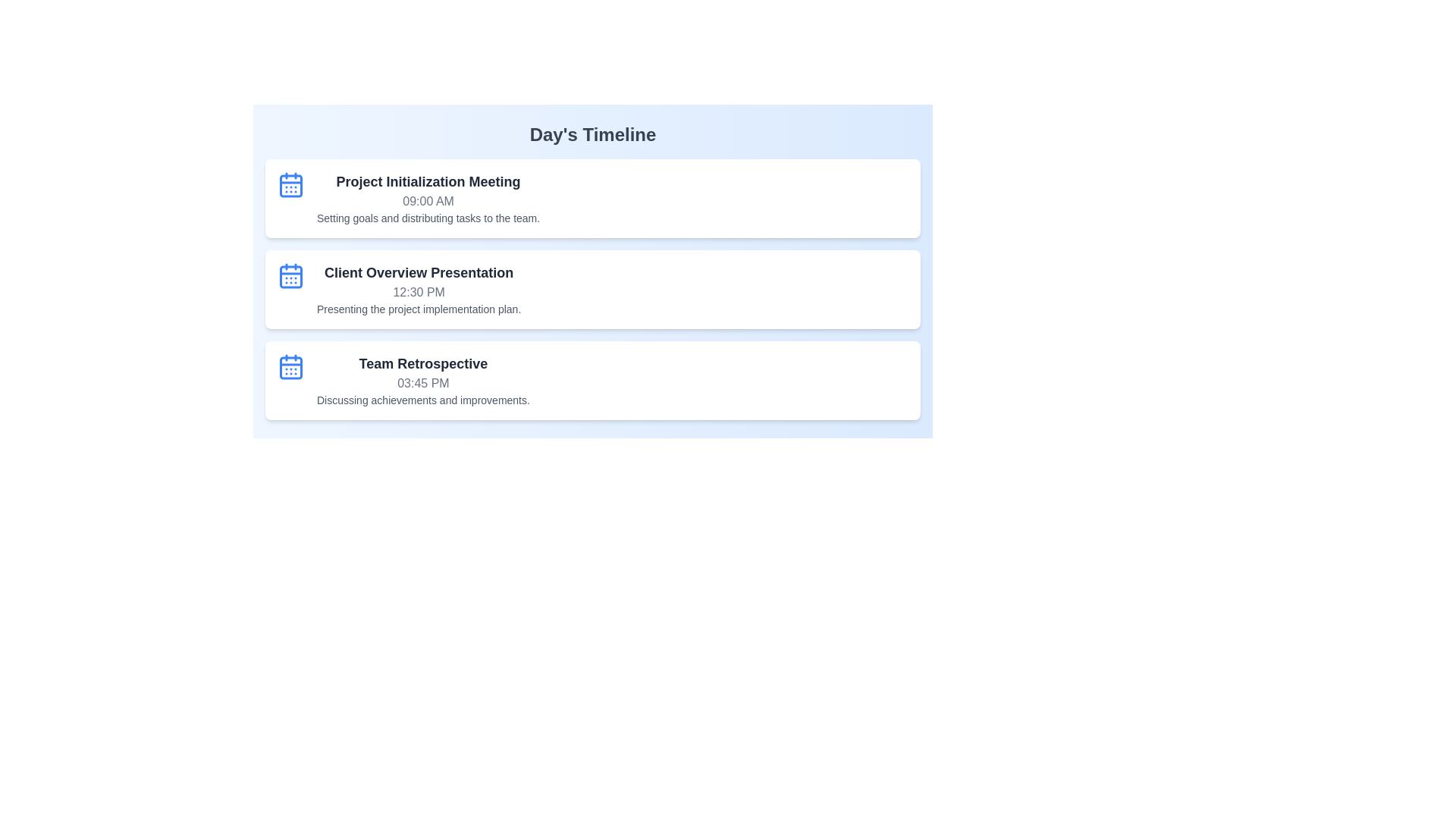  I want to click on the text label displaying the scheduled time for the 'Client Overview Presentation' event, which is located below the heading and above the project description, so click(419, 292).